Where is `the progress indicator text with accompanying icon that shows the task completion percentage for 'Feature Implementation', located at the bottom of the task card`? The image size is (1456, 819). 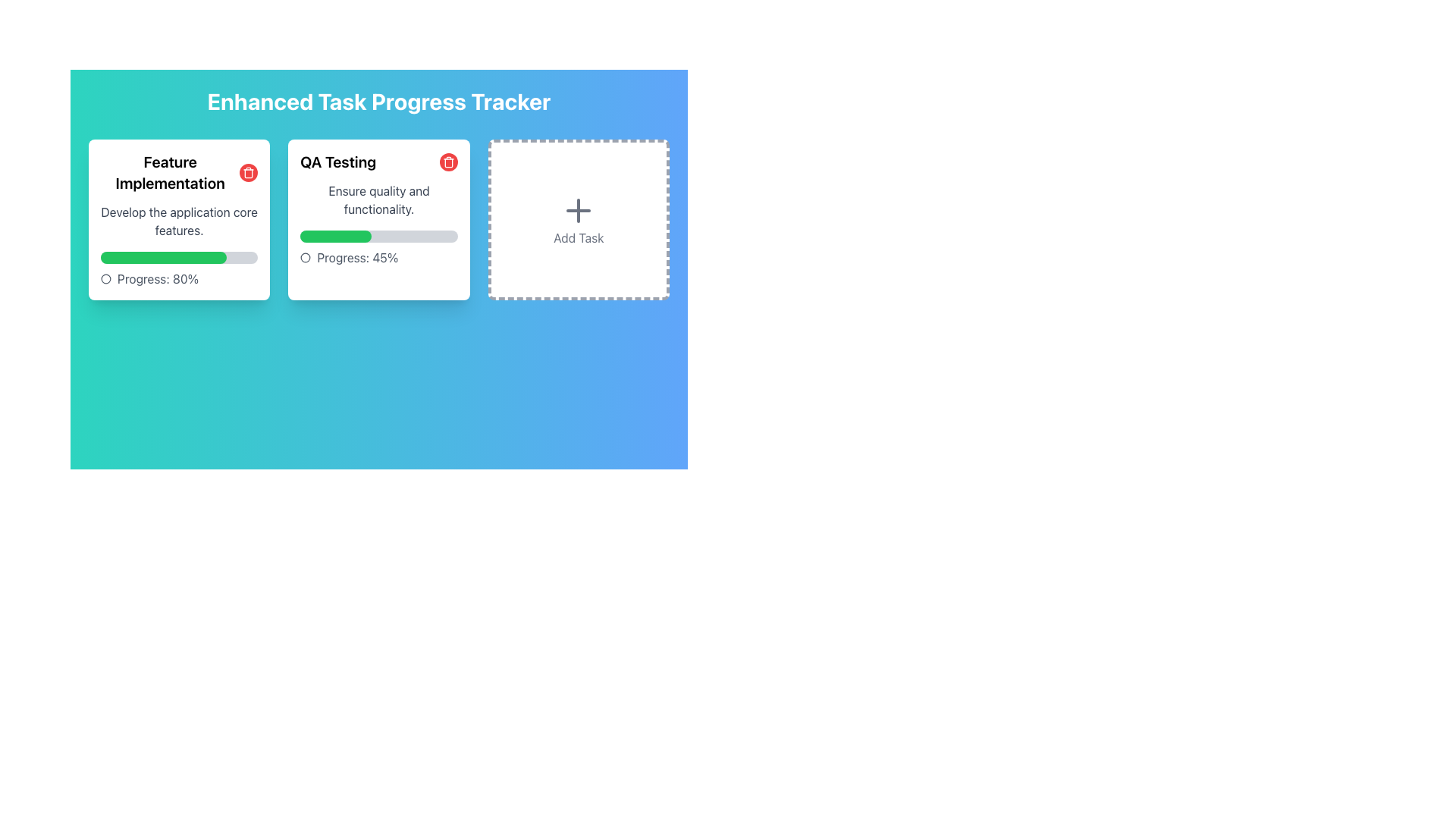
the progress indicator text with accompanying icon that shows the task completion percentage for 'Feature Implementation', located at the bottom of the task card is located at coordinates (179, 278).